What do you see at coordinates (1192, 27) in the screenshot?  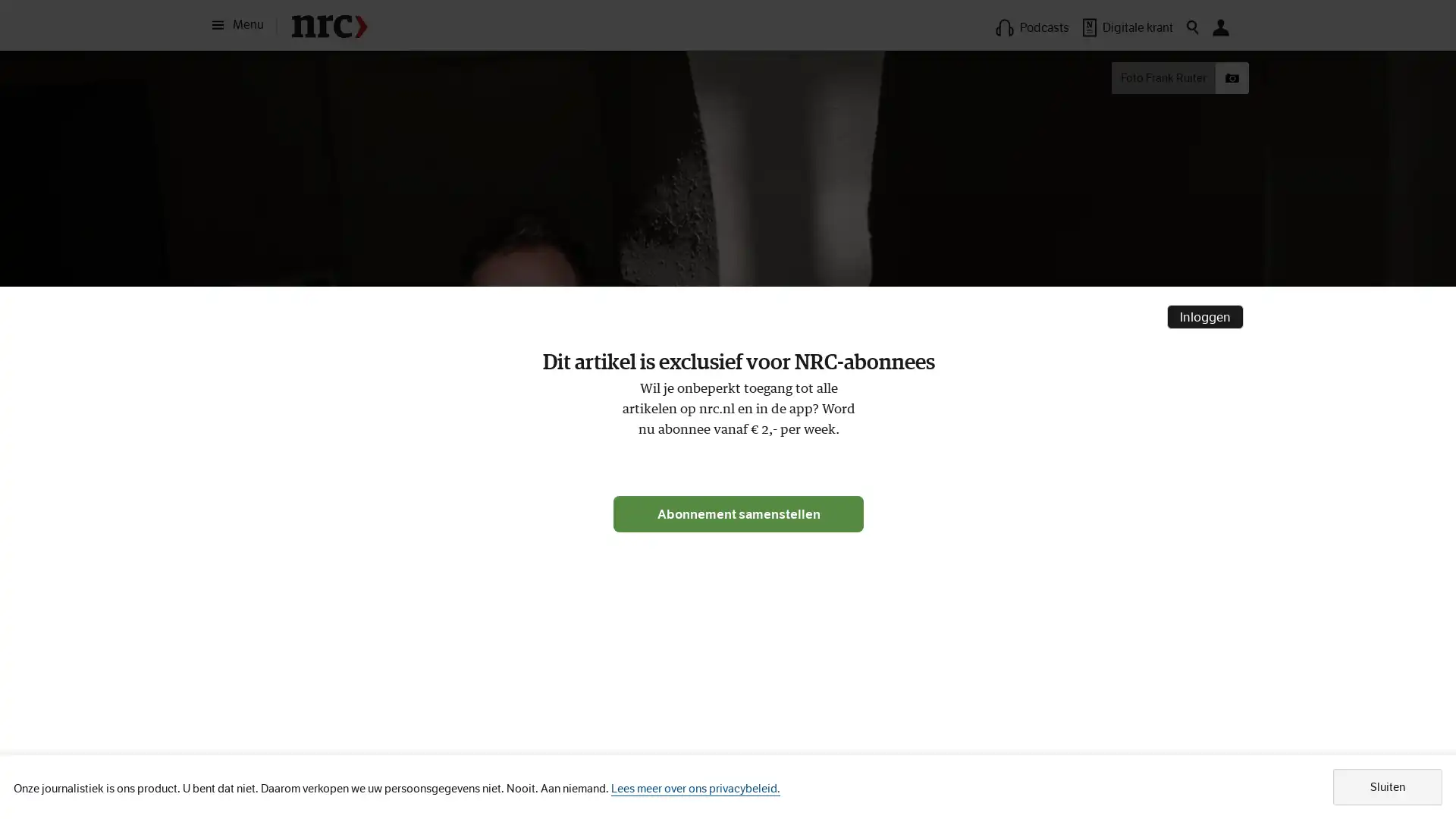 I see `Zoeken` at bounding box center [1192, 27].